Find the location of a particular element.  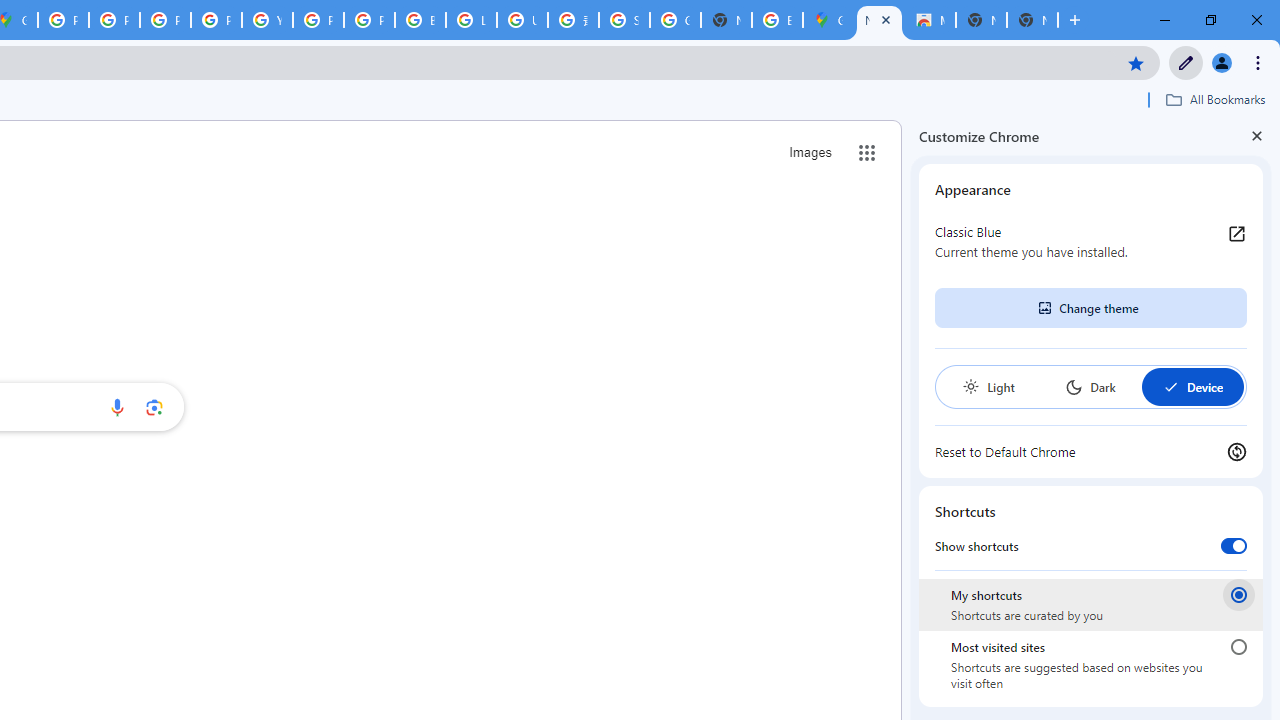

'All Bookmarks' is located at coordinates (1214, 99).